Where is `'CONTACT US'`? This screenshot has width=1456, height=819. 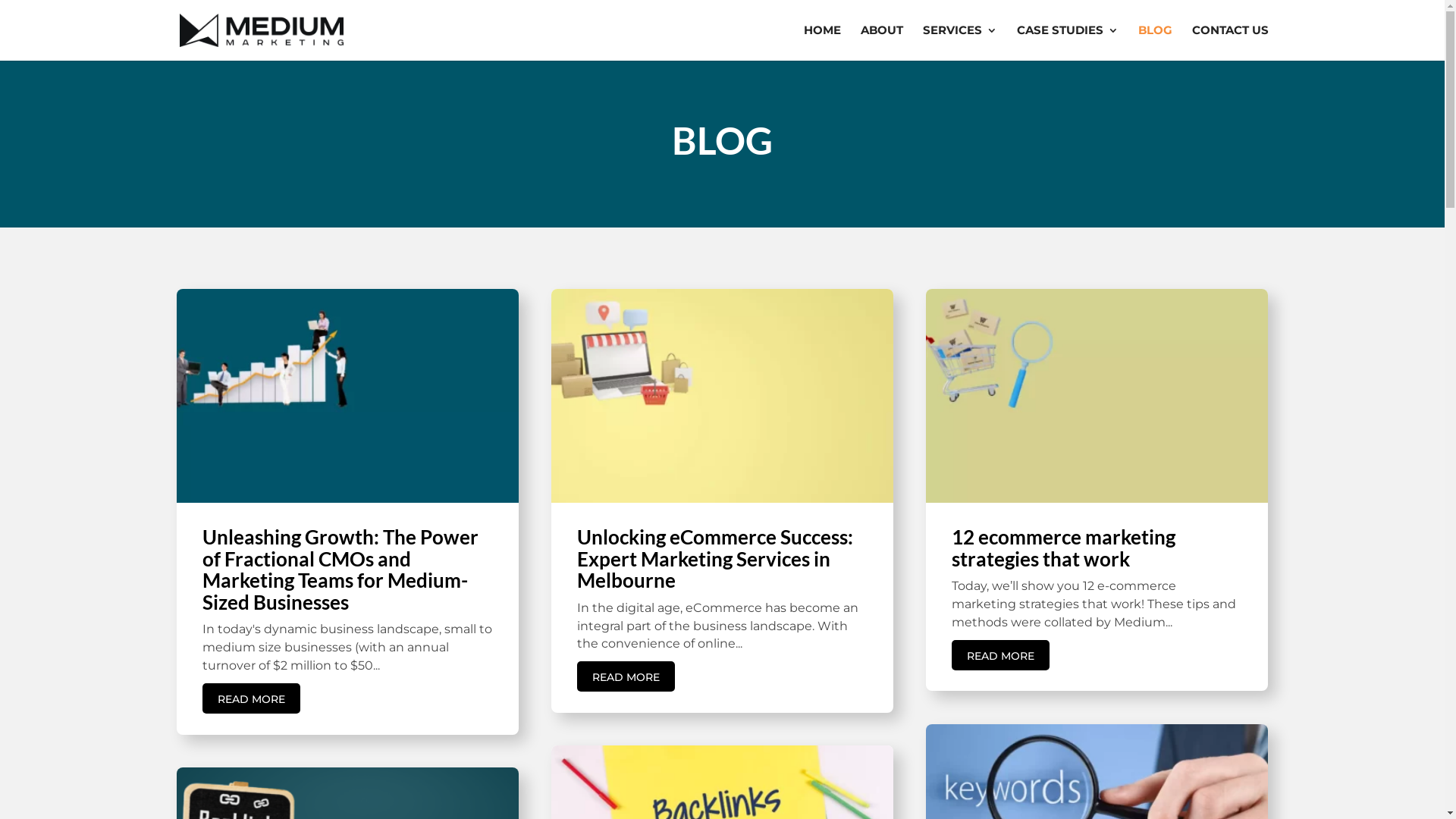 'CONTACT US' is located at coordinates (1230, 42).